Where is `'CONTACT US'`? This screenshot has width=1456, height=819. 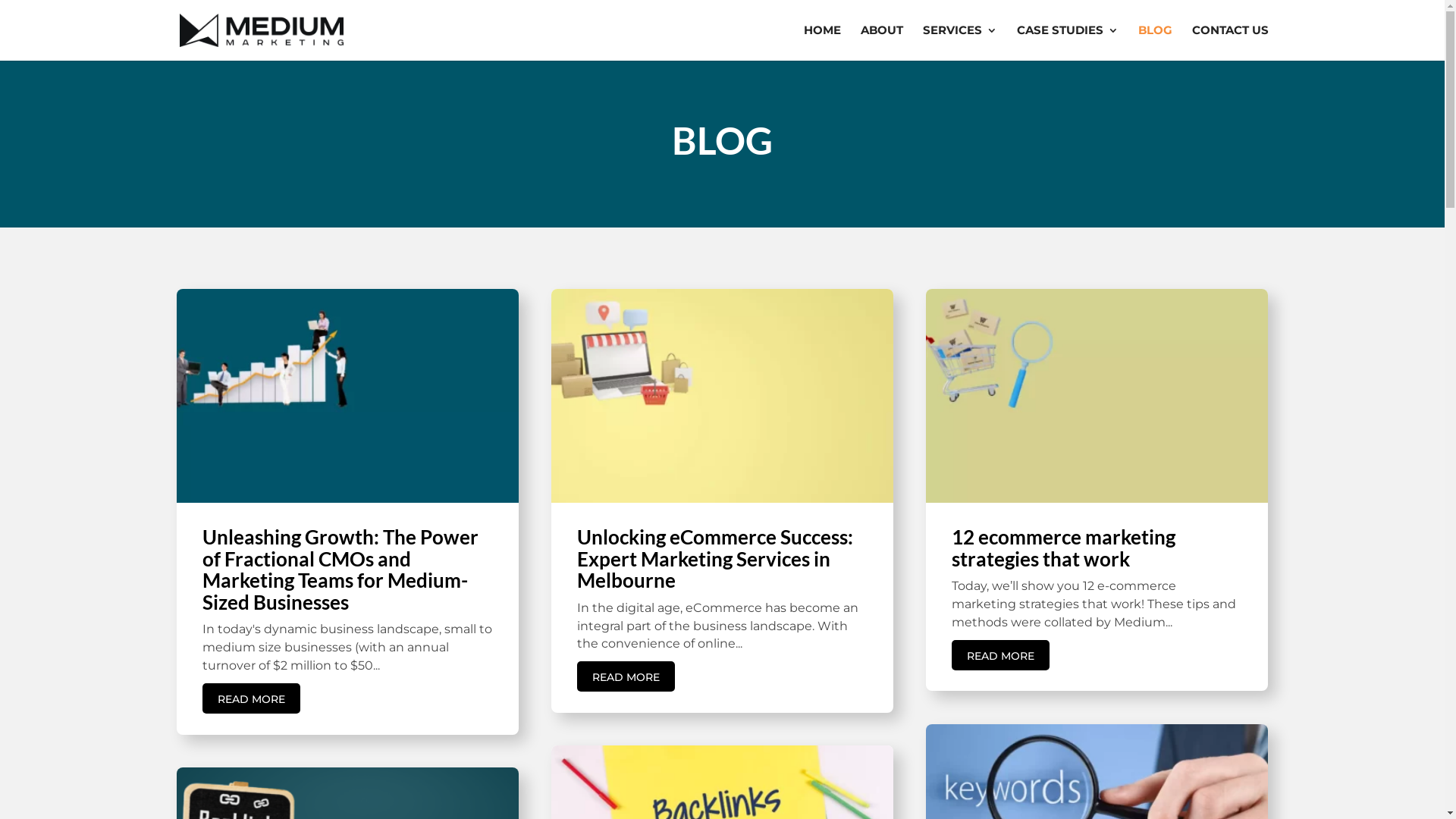 'CONTACT US' is located at coordinates (1230, 42).